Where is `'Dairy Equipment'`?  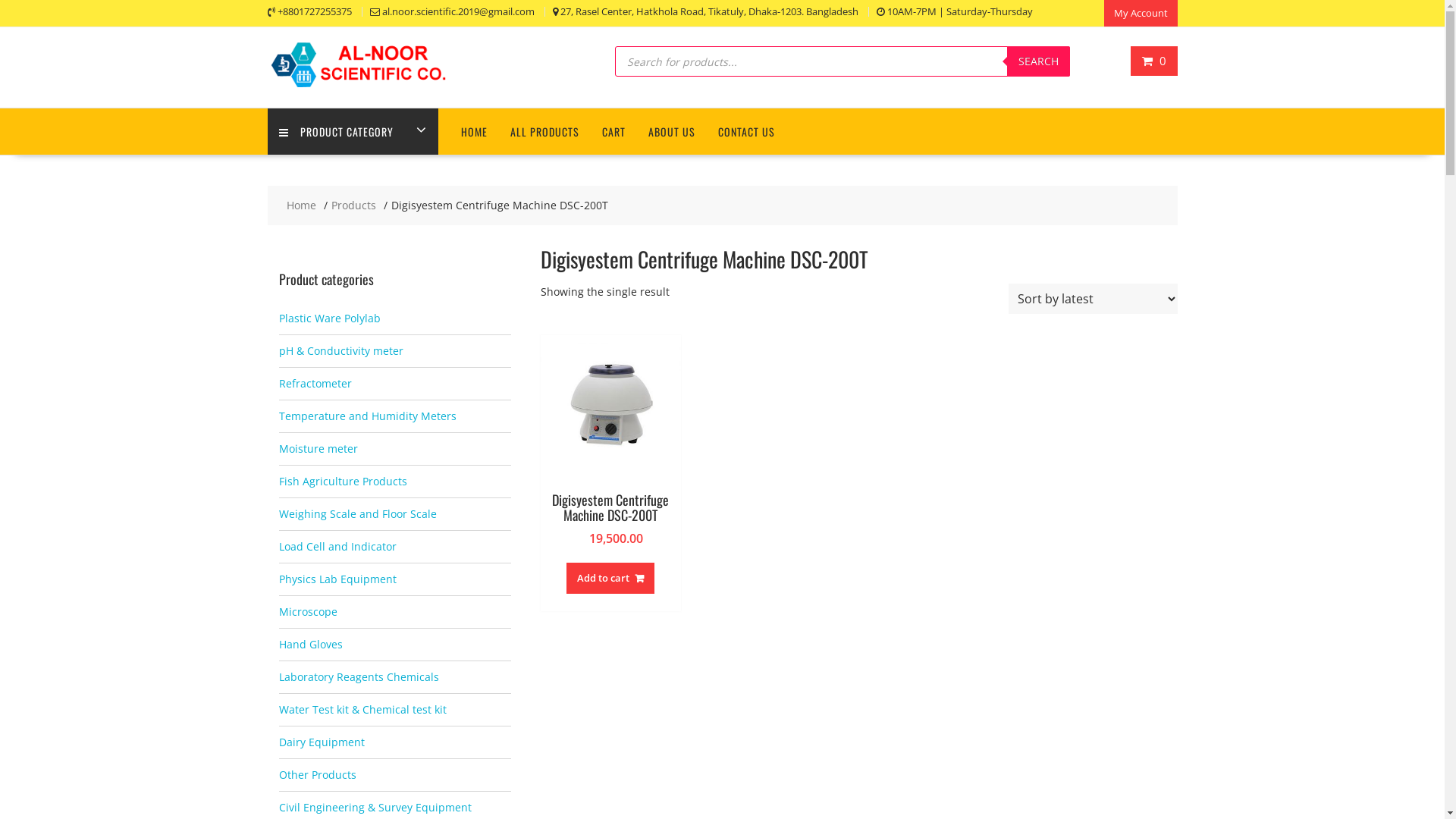 'Dairy Equipment' is located at coordinates (279, 741).